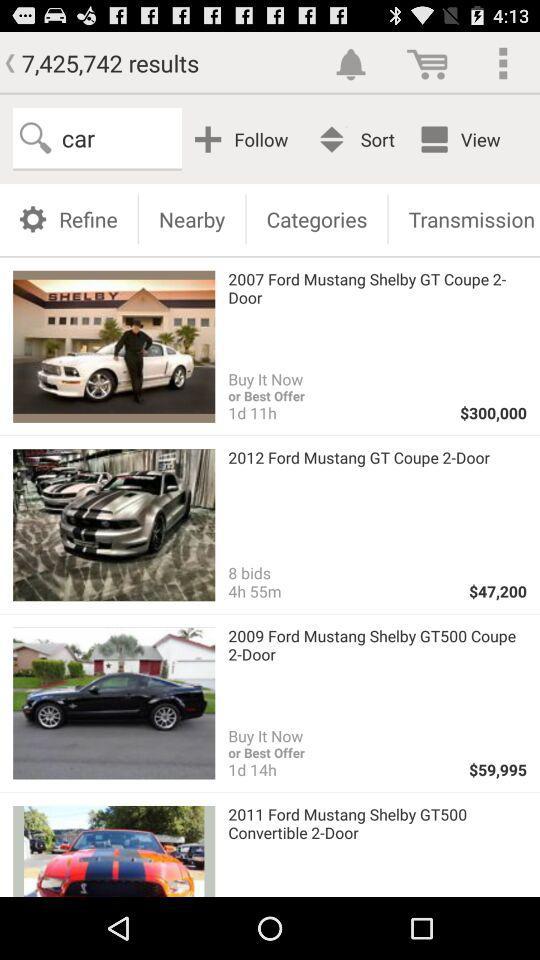 Image resolution: width=540 pixels, height=960 pixels. I want to click on transmission, so click(464, 218).